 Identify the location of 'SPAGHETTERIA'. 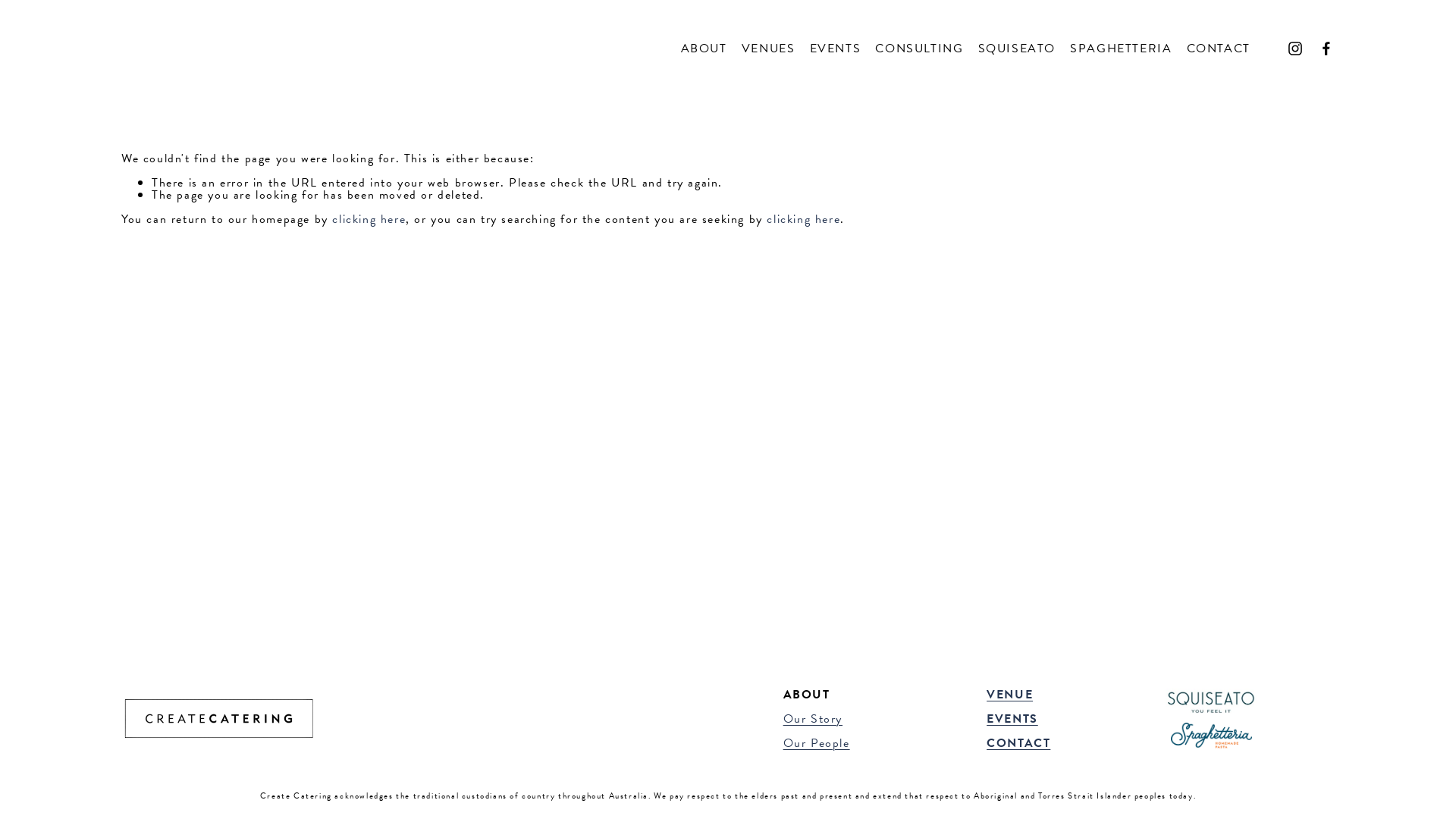
(1121, 47).